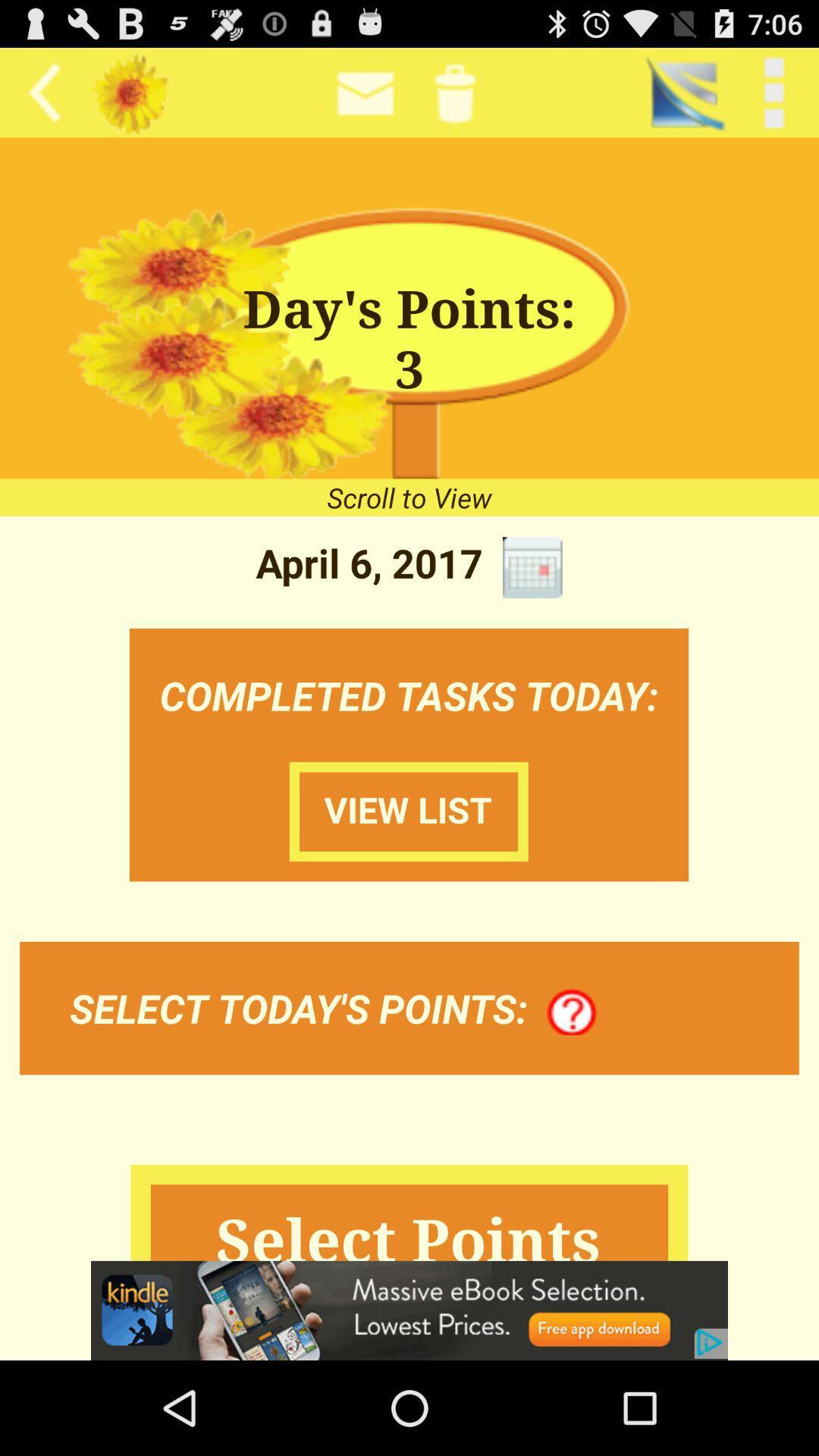  I want to click on more info, so click(572, 1012).